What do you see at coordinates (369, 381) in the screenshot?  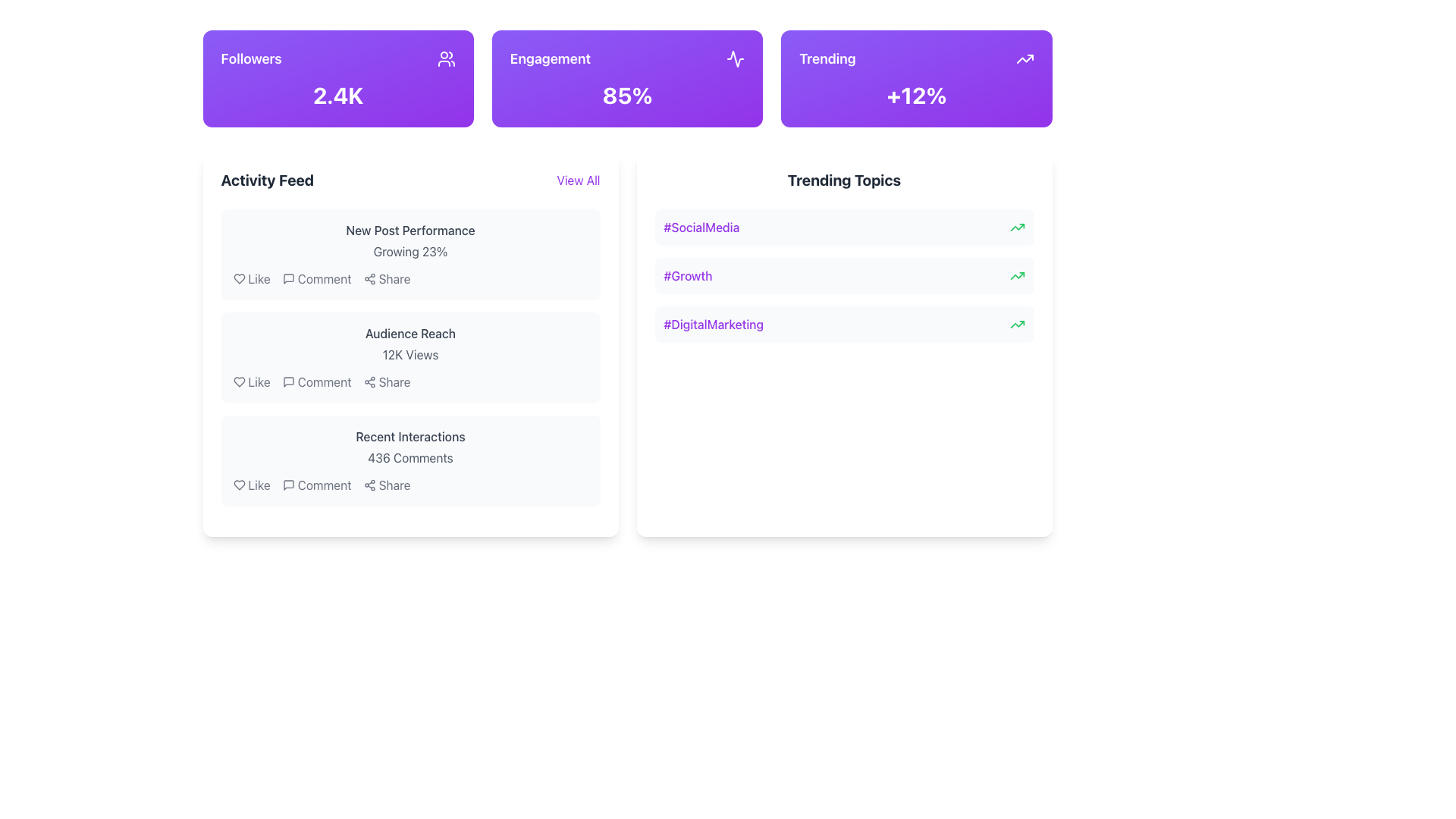 I see `the share icon button, which is a small circular icon with three connected circles, located next to the text 'Share' in the 'Activity Feed' section under 'Audience Reach'` at bounding box center [369, 381].